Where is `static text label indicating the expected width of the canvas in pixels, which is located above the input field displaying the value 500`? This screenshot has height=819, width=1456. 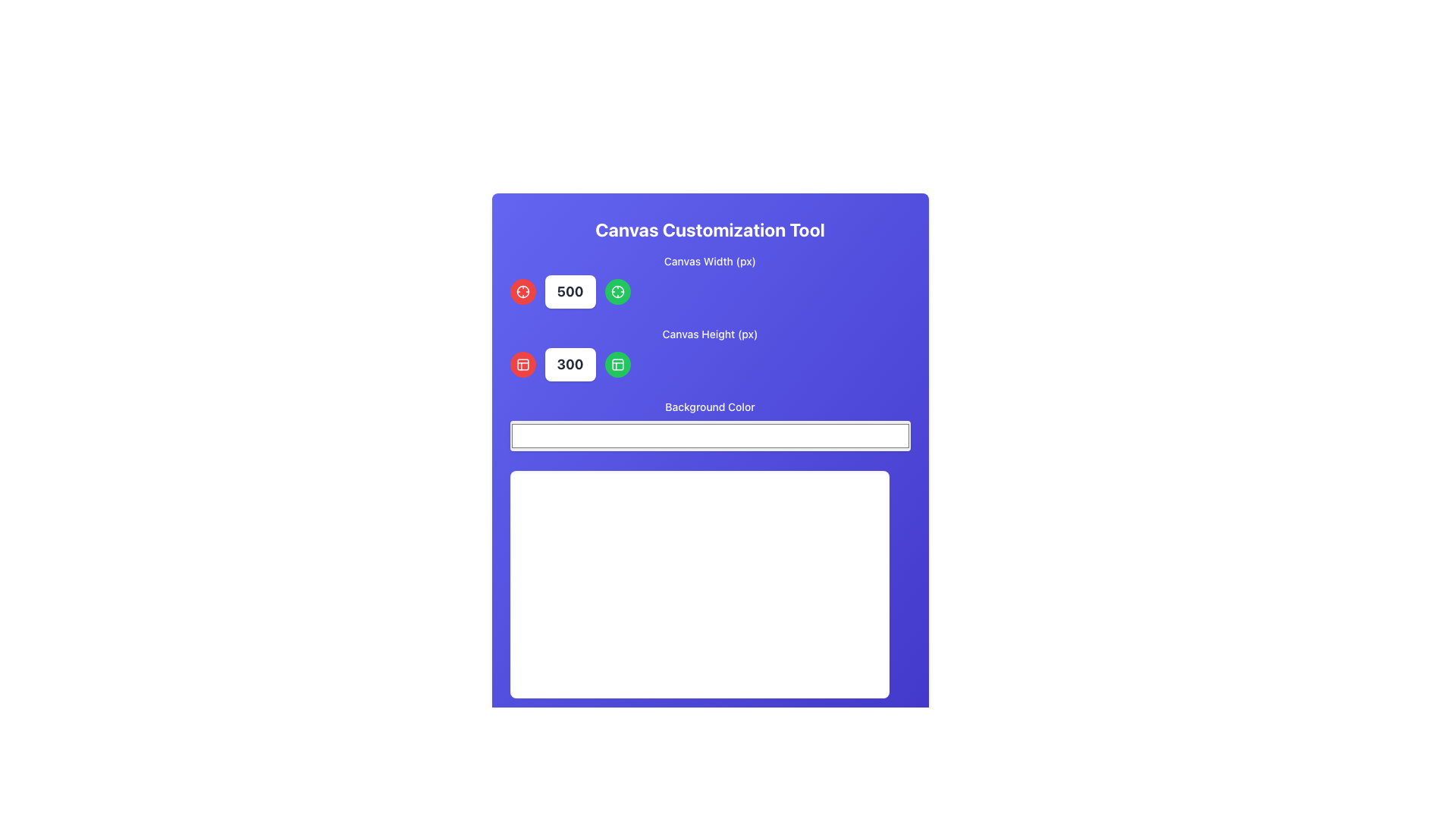 static text label indicating the expected width of the canvas in pixels, which is located above the input field displaying the value 500 is located at coordinates (709, 260).